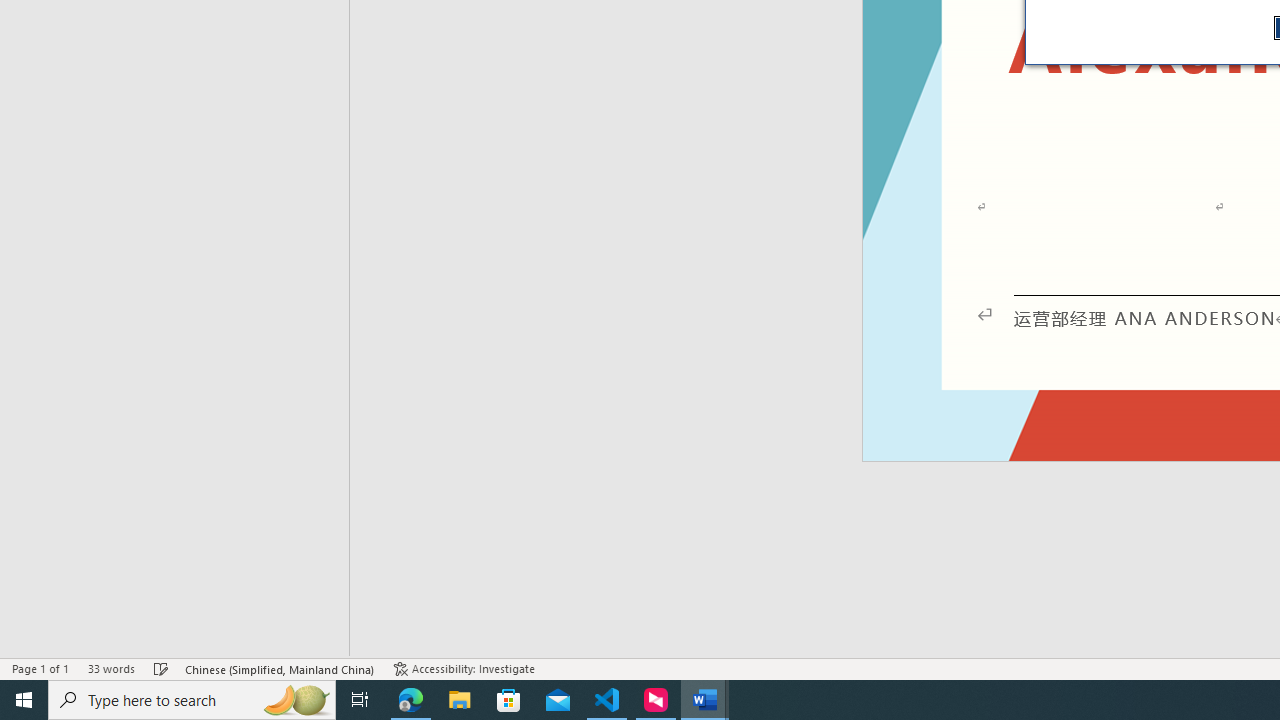  What do you see at coordinates (705, 698) in the screenshot?
I see `'Word - 2 running windows'` at bounding box center [705, 698].